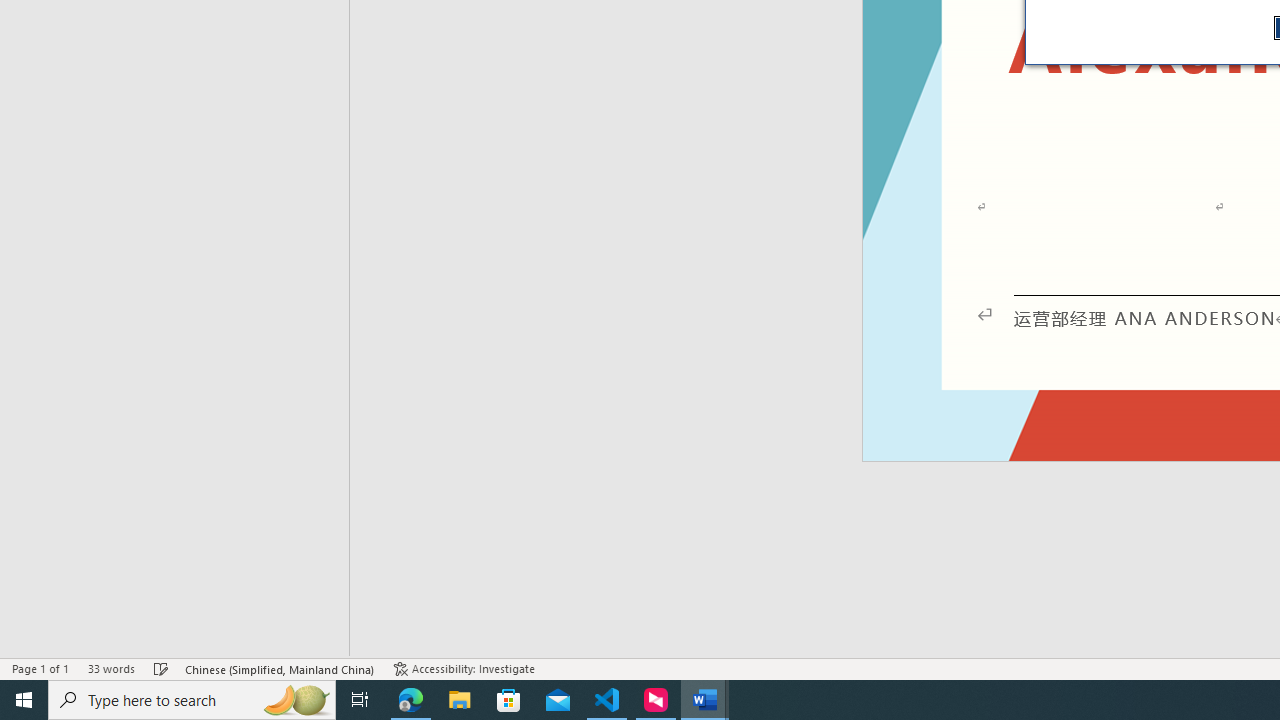  What do you see at coordinates (705, 698) in the screenshot?
I see `'Word - 2 running windows'` at bounding box center [705, 698].